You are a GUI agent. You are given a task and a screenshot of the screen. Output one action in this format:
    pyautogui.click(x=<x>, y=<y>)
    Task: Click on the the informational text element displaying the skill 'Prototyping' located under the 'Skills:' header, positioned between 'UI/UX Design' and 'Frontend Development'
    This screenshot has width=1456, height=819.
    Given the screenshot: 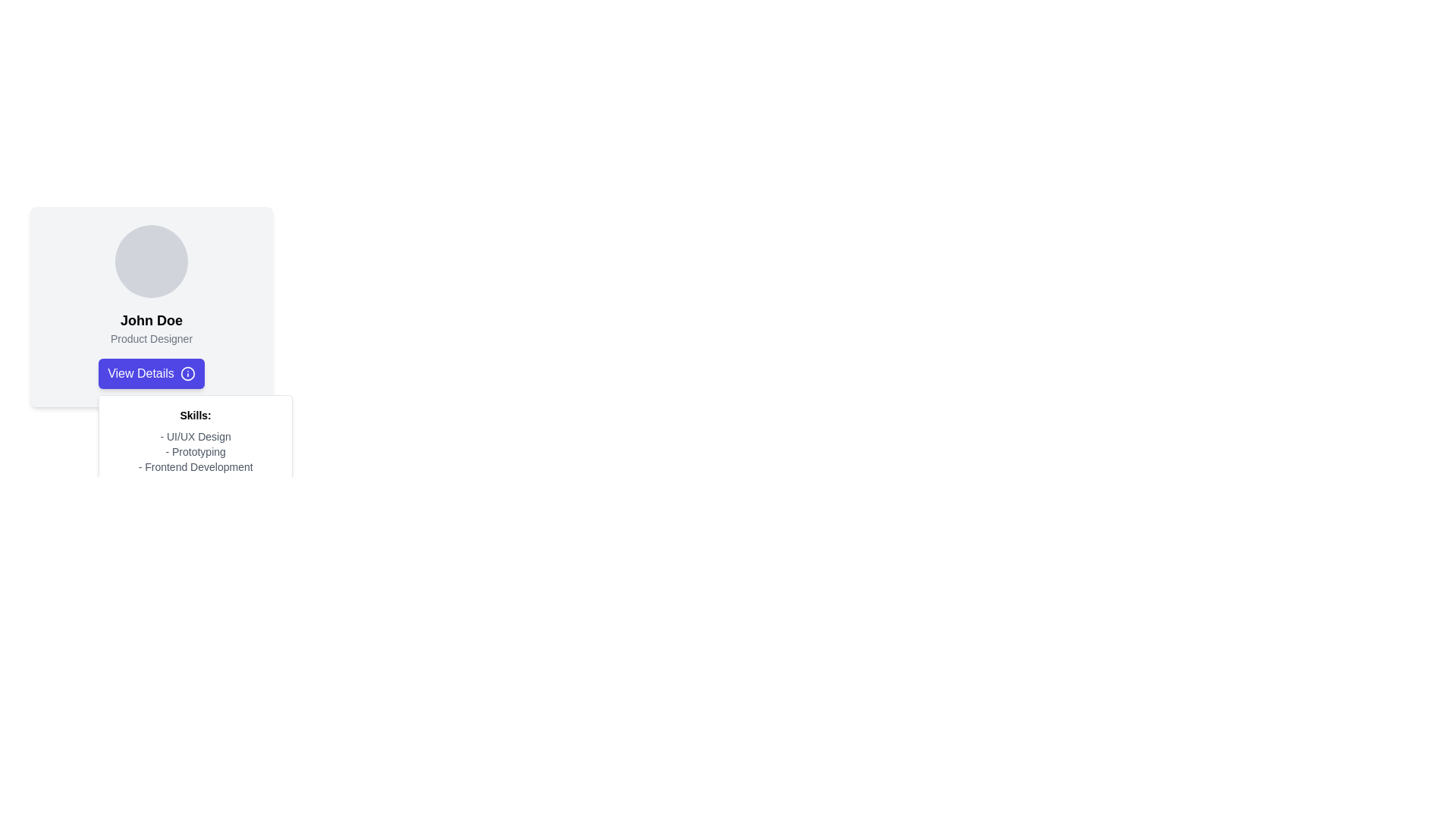 What is the action you would take?
    pyautogui.click(x=195, y=451)
    